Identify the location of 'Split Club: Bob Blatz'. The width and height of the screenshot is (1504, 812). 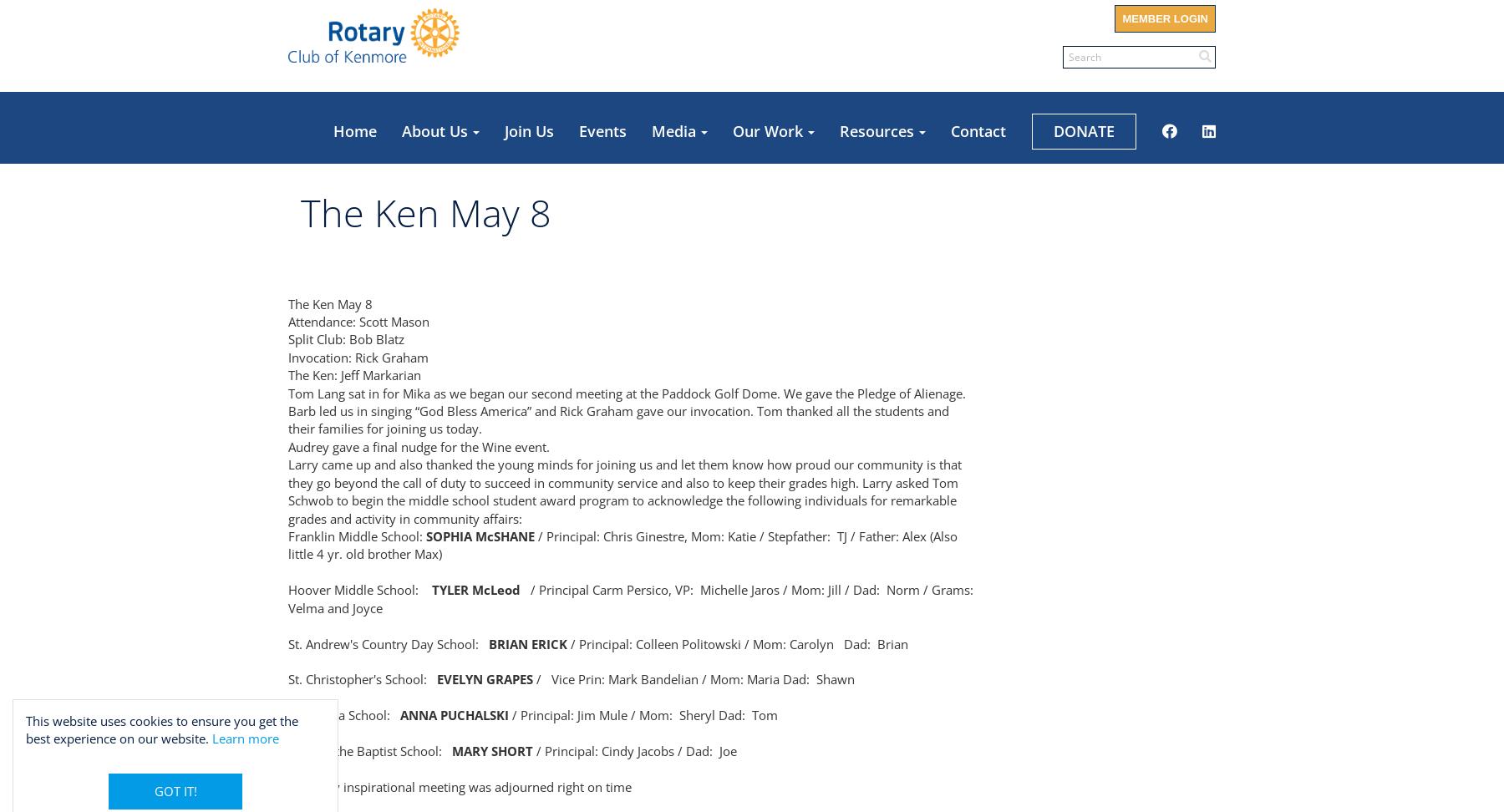
(346, 339).